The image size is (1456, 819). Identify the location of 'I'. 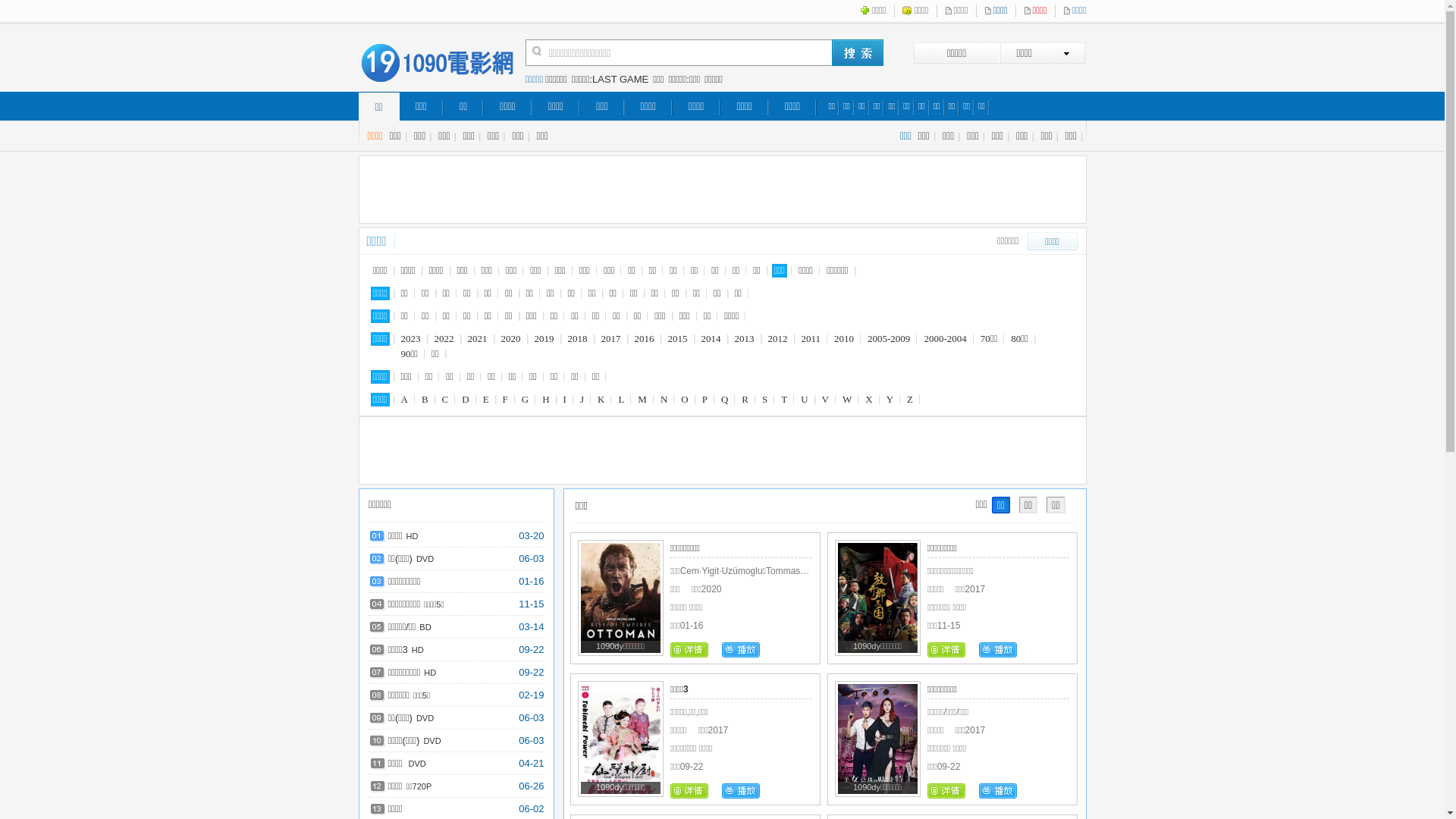
(563, 399).